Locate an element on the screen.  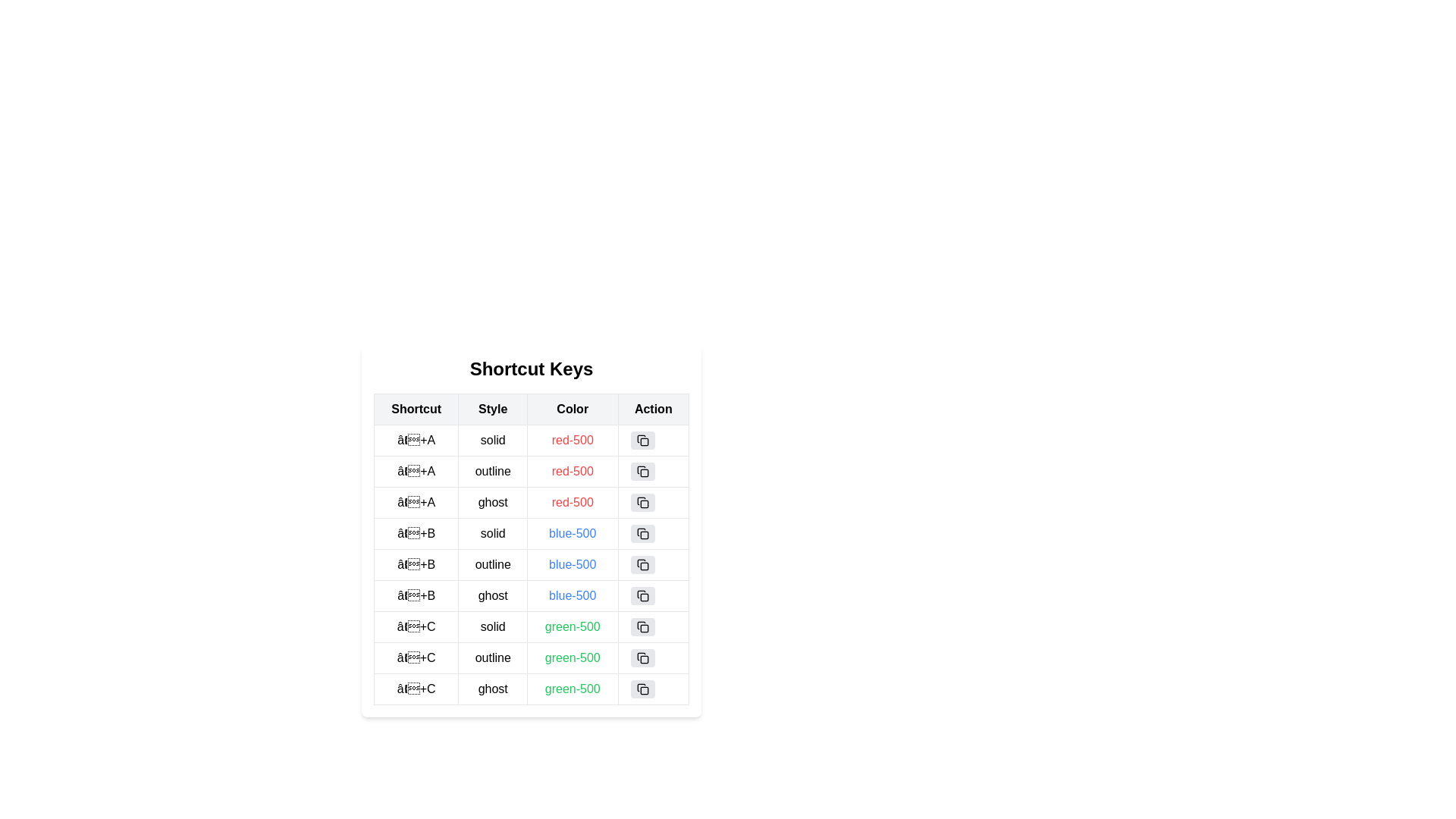
the text label displaying the shortcut key combination '⌘+C', which is styled as 'solid' and colored 'green-500' is located at coordinates (416, 626).